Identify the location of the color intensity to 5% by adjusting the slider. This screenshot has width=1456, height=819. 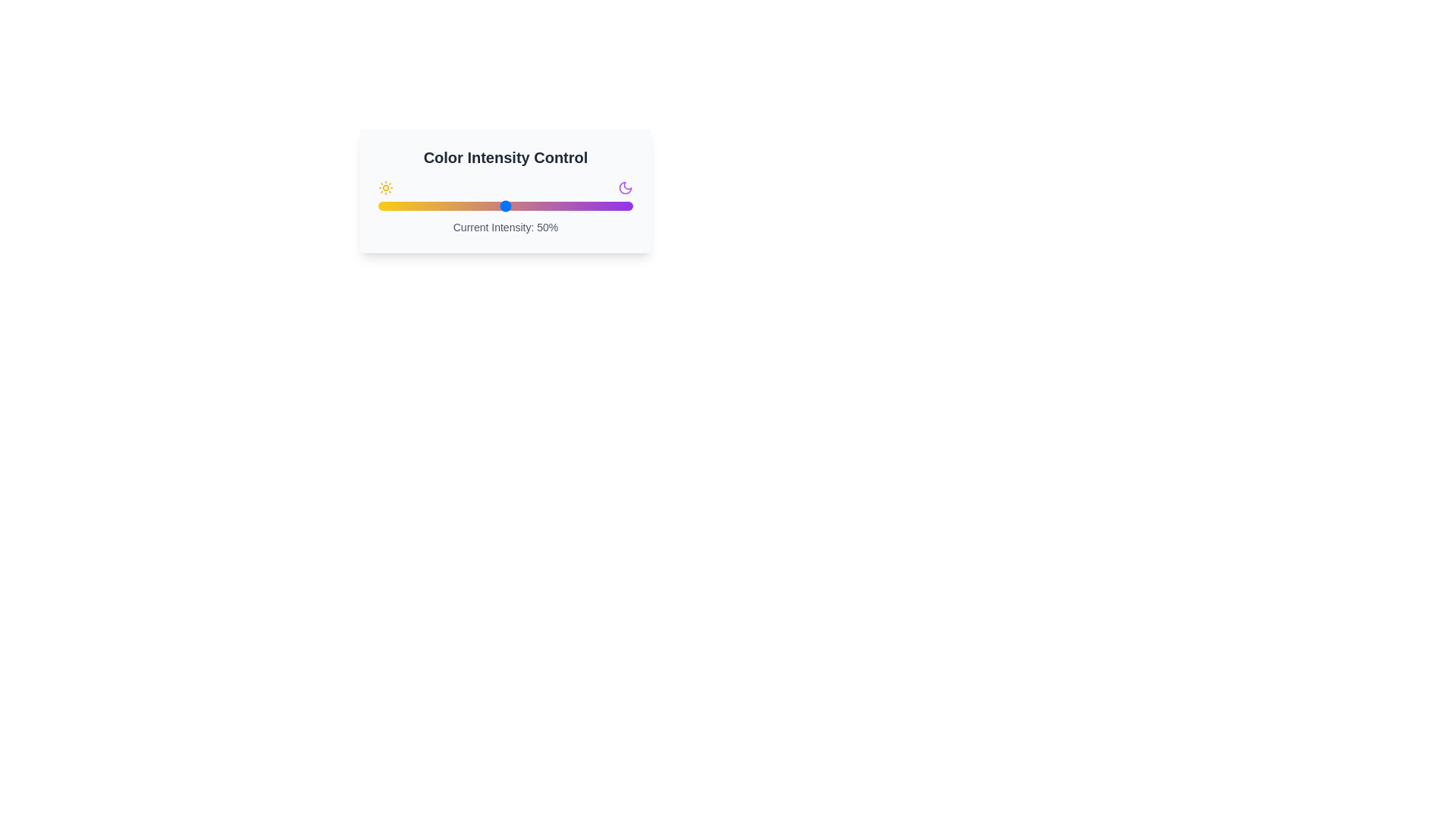
(391, 206).